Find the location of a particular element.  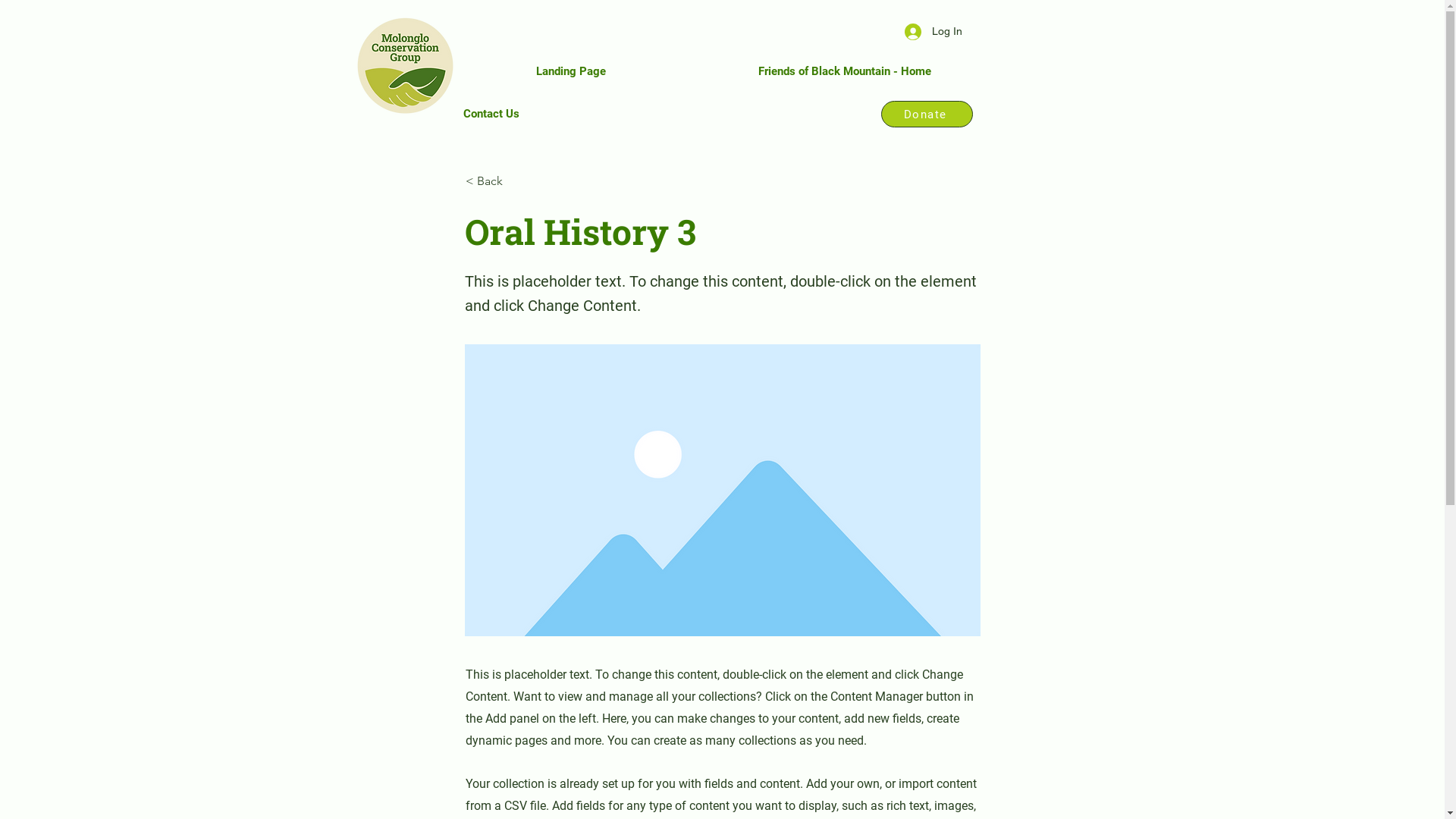

'Donate' is located at coordinates (880, 113).